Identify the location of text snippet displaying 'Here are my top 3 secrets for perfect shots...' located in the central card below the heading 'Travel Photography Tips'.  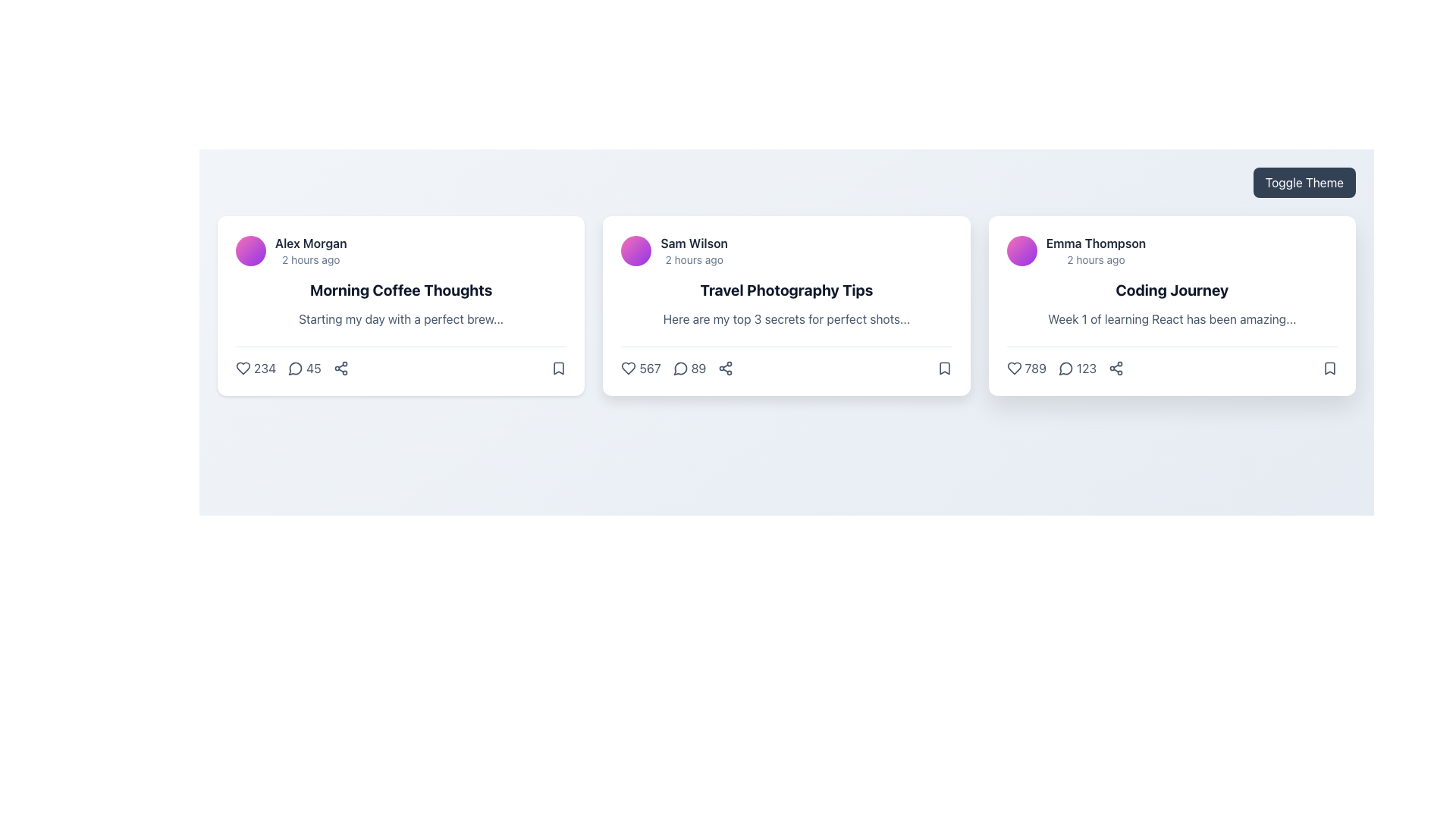
(786, 318).